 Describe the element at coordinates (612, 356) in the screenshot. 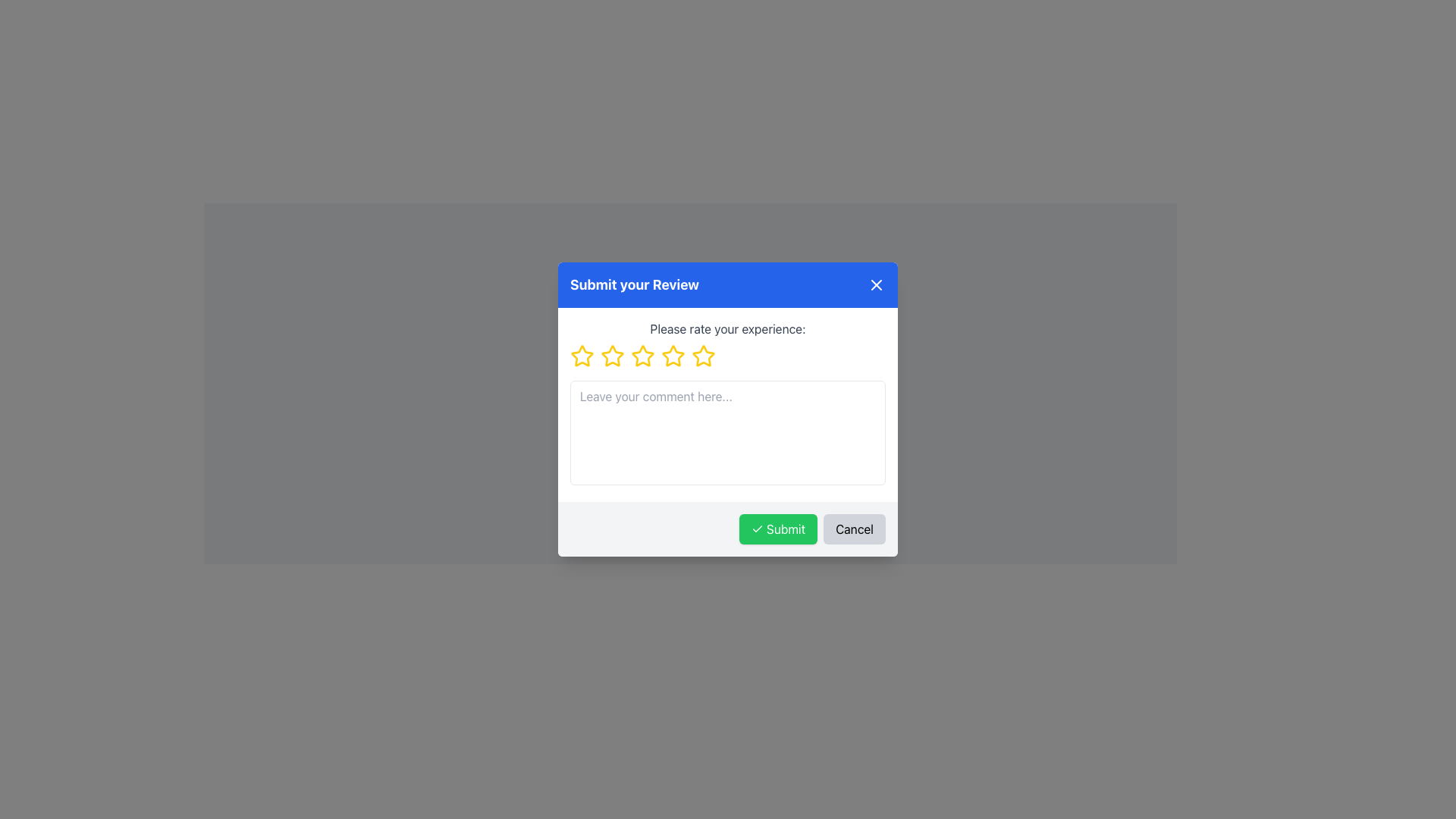

I see `the second yellow star icon in the star rating component of the feedback form titled 'Submit your Review'` at that location.